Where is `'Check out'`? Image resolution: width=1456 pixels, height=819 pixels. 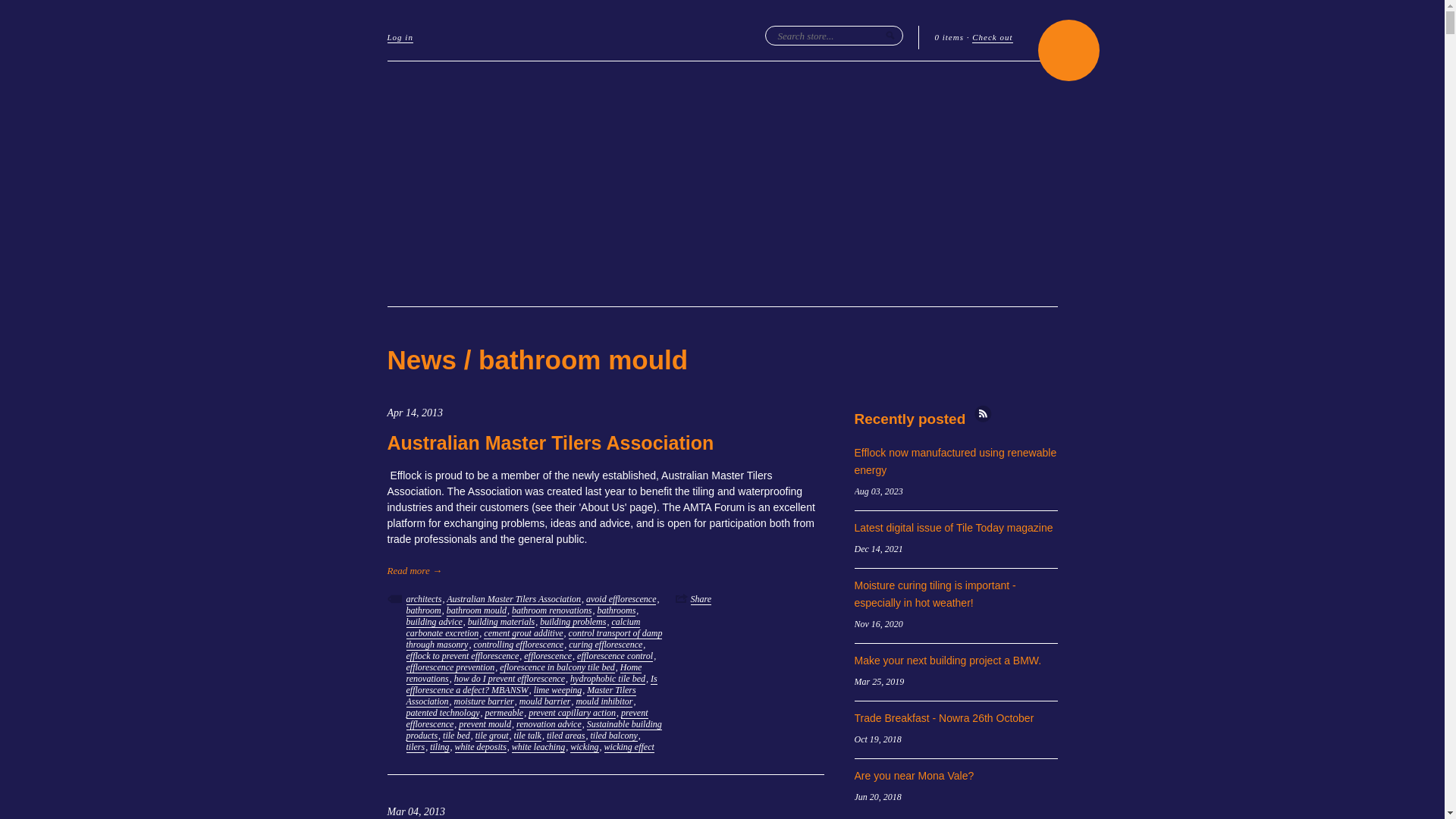
'Check out' is located at coordinates (992, 37).